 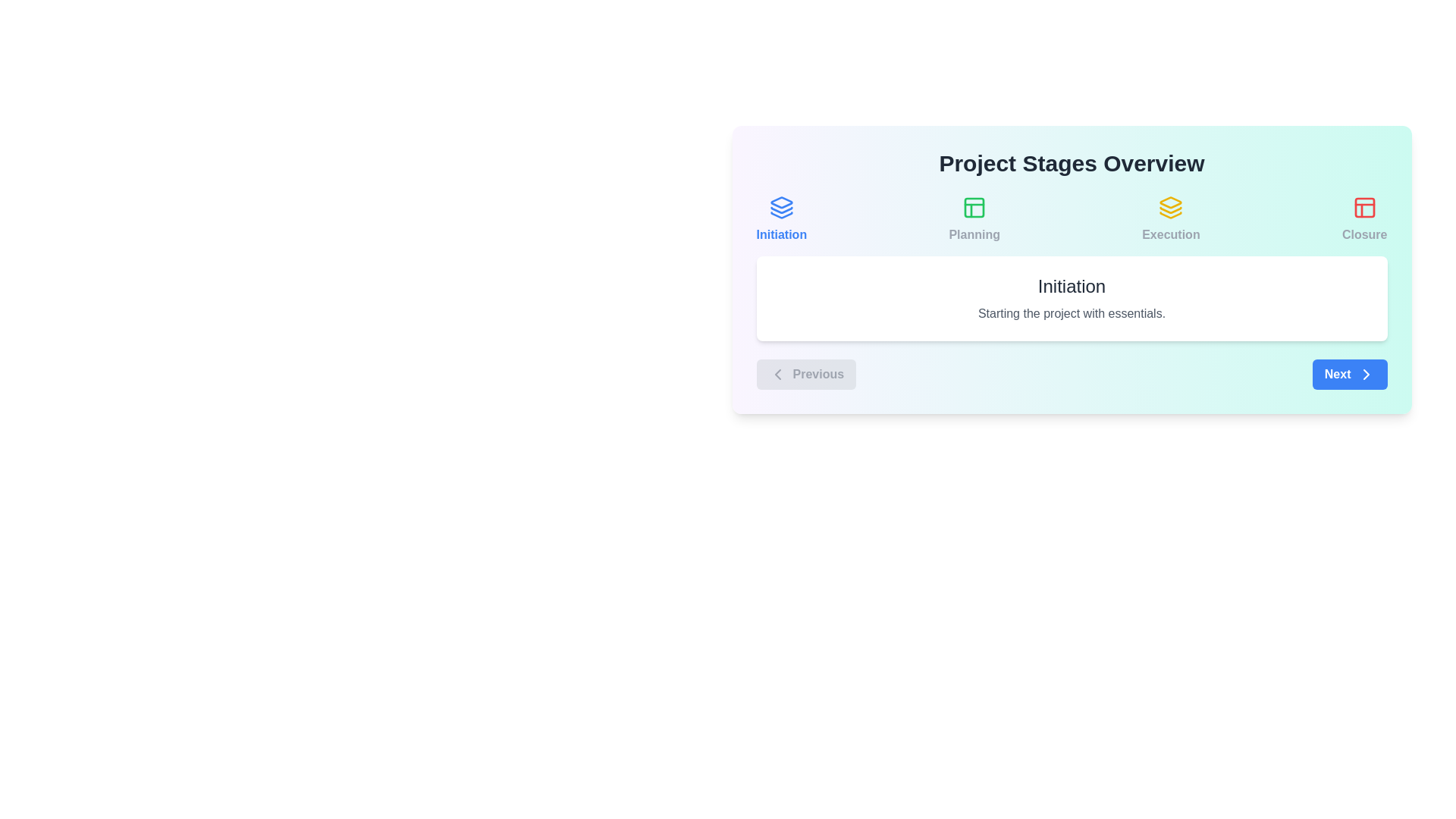 What do you see at coordinates (1170, 207) in the screenshot?
I see `the 'Execution' stage icon, which serves as a visual representation for the execution process in the overview` at bounding box center [1170, 207].